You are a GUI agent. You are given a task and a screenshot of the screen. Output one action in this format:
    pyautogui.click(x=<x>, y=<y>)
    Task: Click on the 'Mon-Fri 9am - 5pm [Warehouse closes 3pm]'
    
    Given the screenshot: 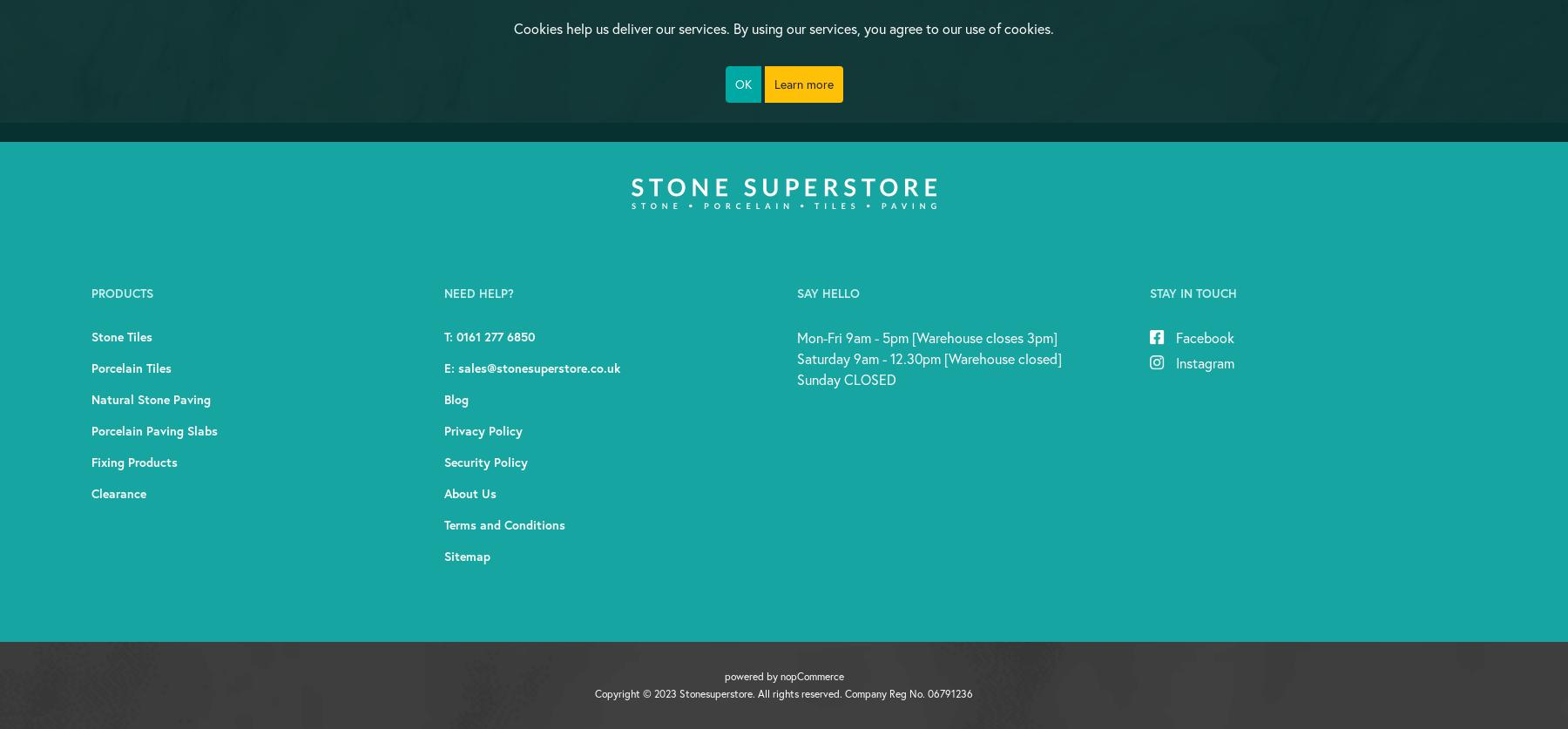 What is the action you would take?
    pyautogui.click(x=927, y=336)
    